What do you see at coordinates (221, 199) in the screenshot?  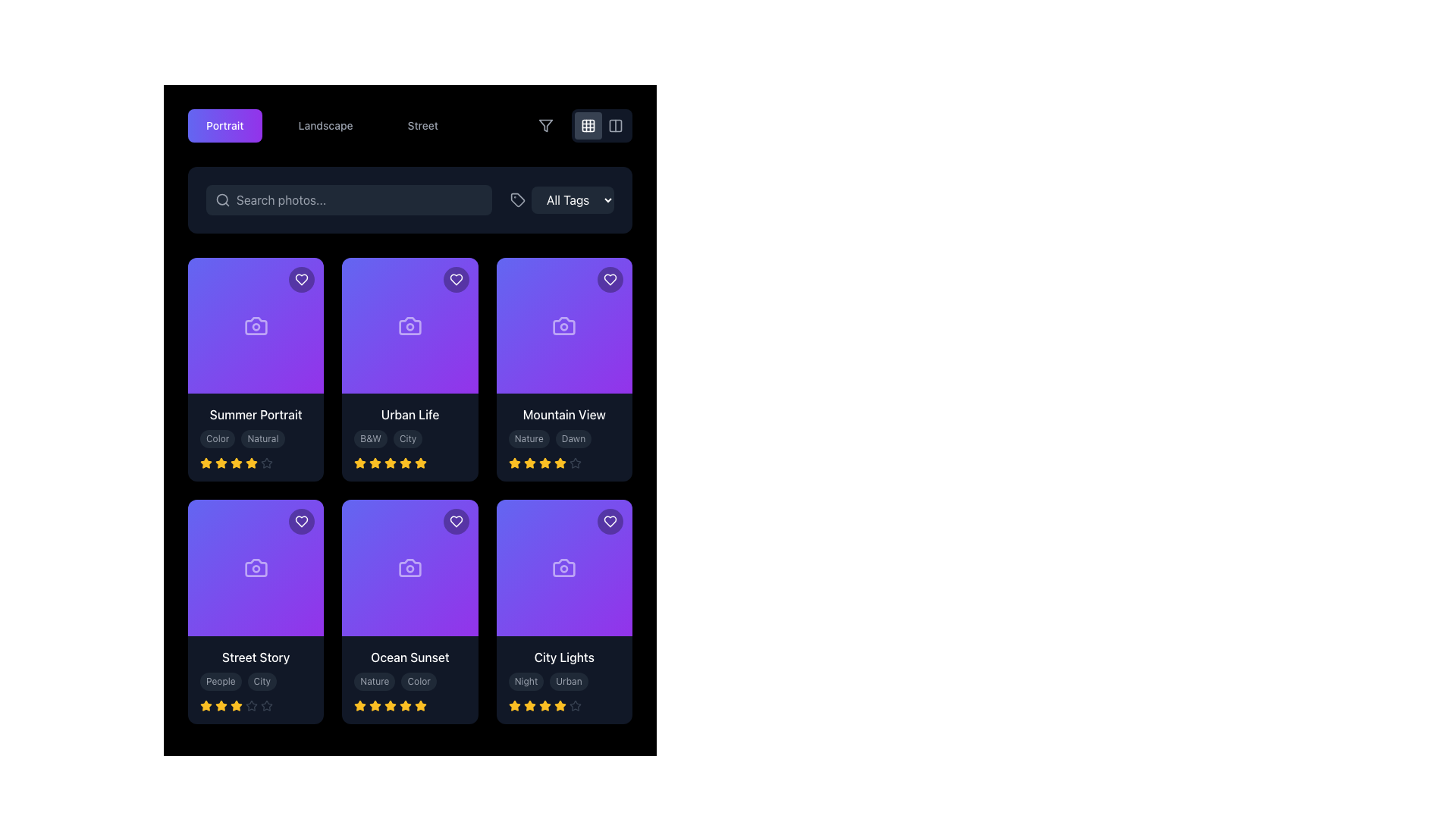 I see `the magnifying glass icon located within the search bar, positioned at the top-left quadrant of the interface` at bounding box center [221, 199].